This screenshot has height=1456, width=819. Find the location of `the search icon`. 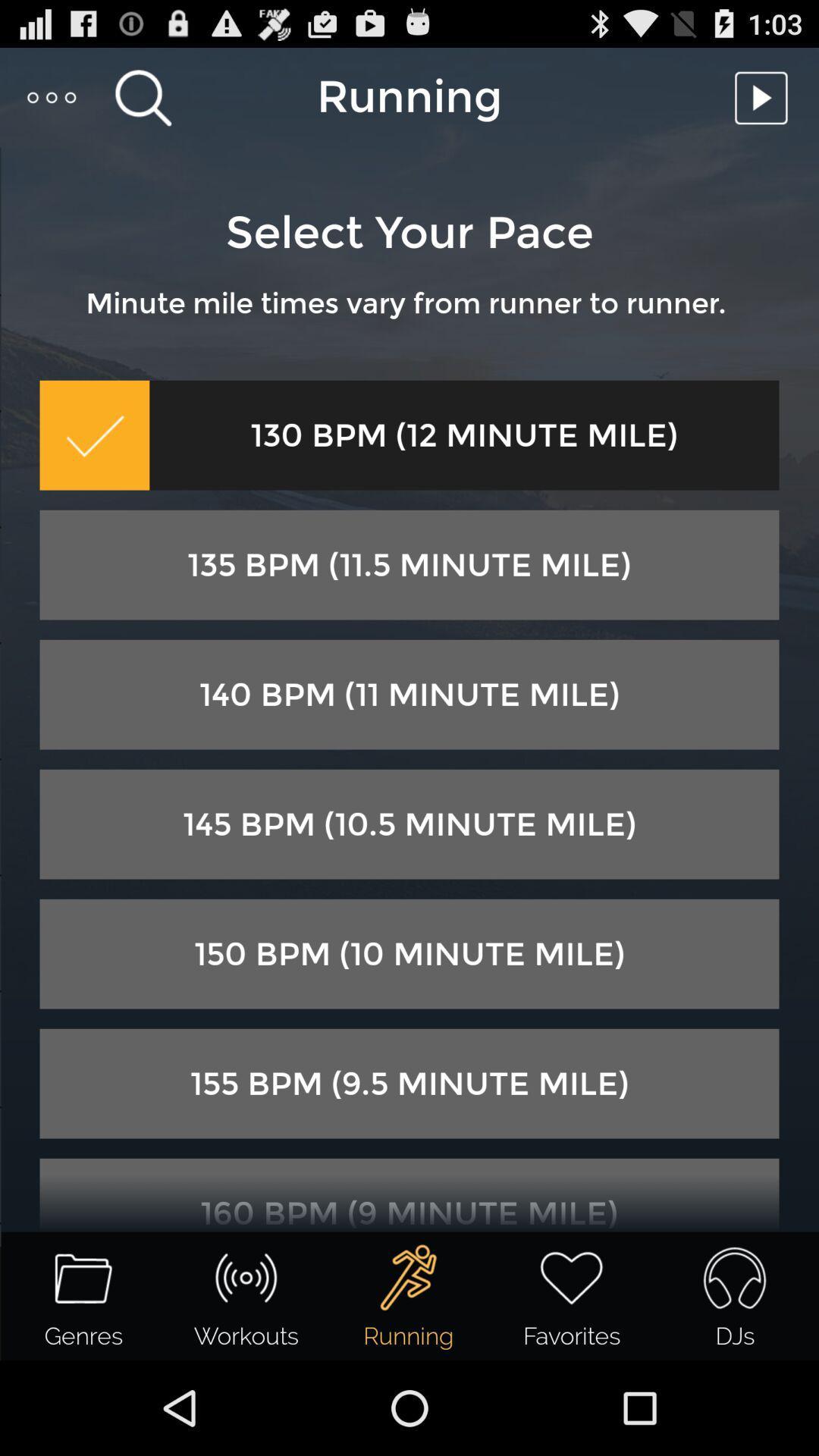

the search icon is located at coordinates (143, 103).